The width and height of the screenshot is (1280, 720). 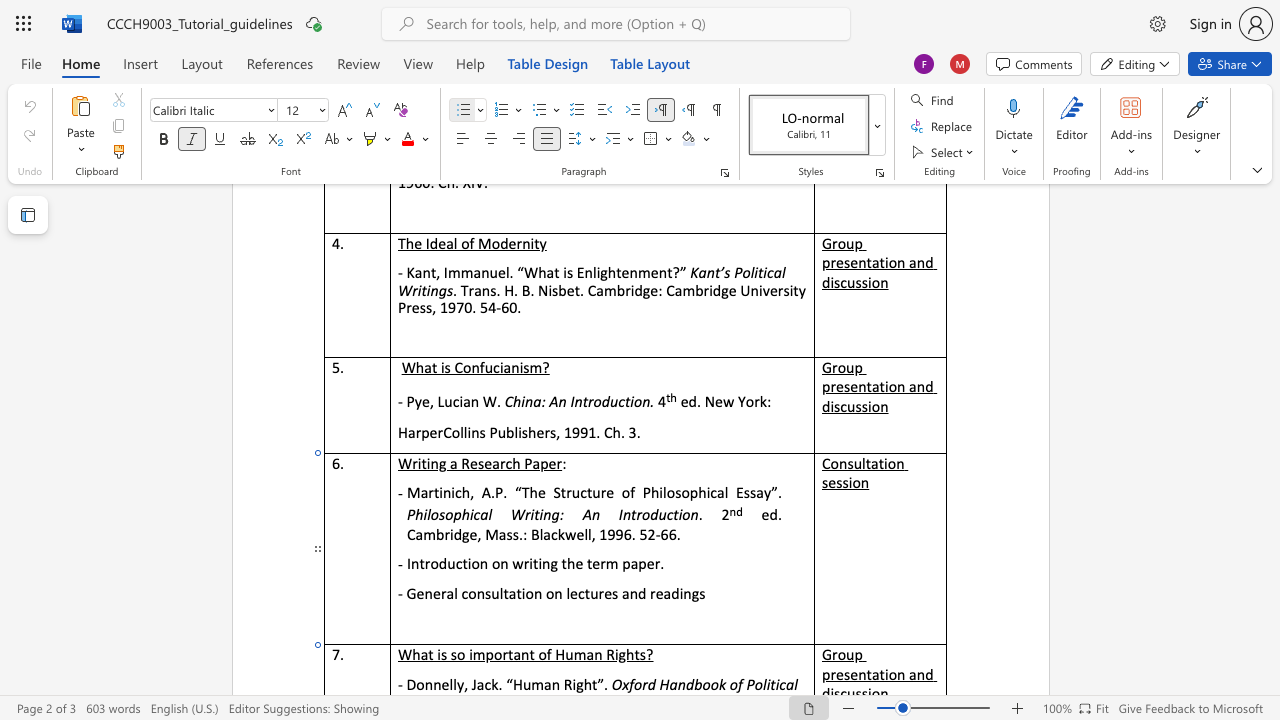 I want to click on the 2th character "n" in the text, so click(x=484, y=563).